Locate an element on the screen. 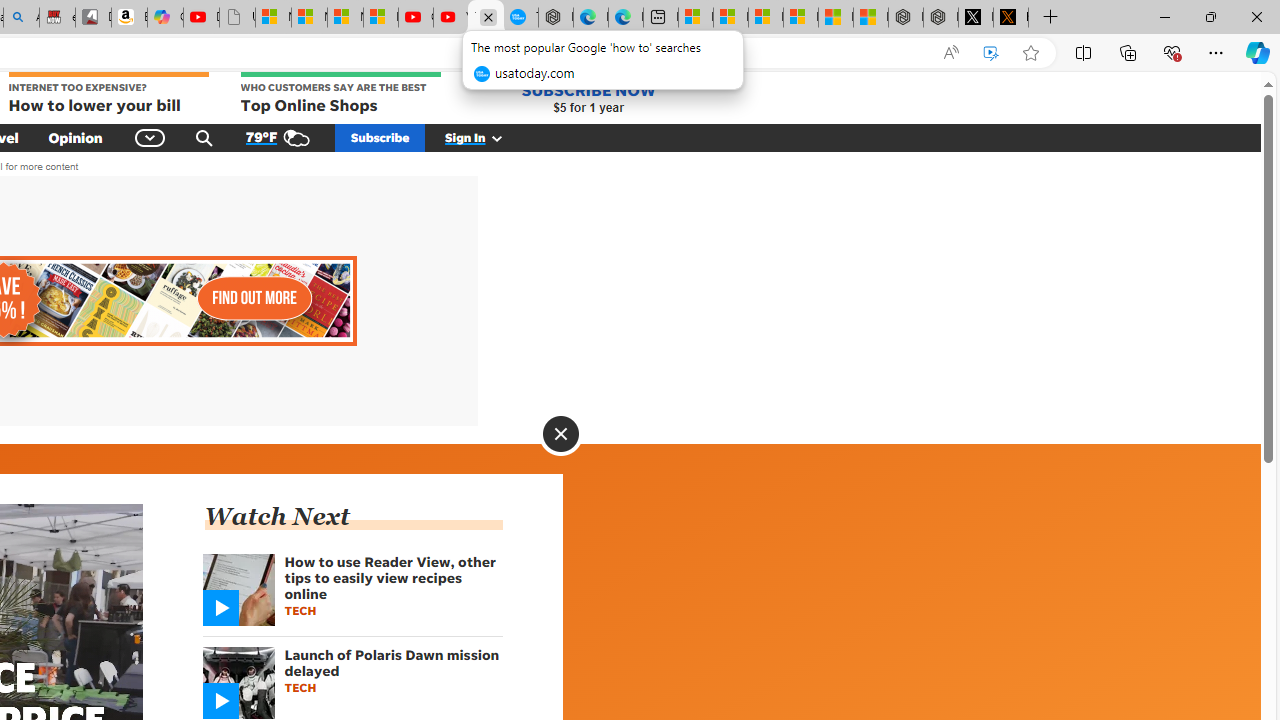  'Day 1: Arriving in Yemen (surreal to be here) - YouTube' is located at coordinates (201, 17).